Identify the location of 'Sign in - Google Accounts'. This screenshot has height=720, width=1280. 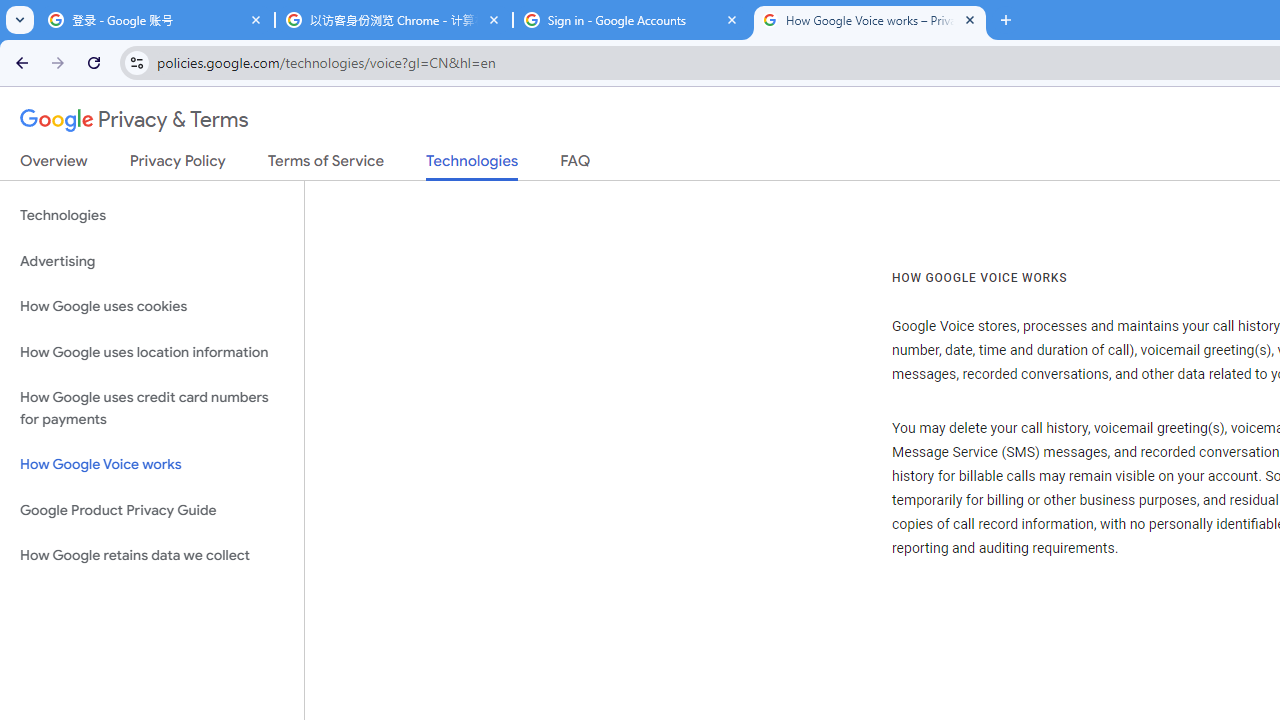
(631, 20).